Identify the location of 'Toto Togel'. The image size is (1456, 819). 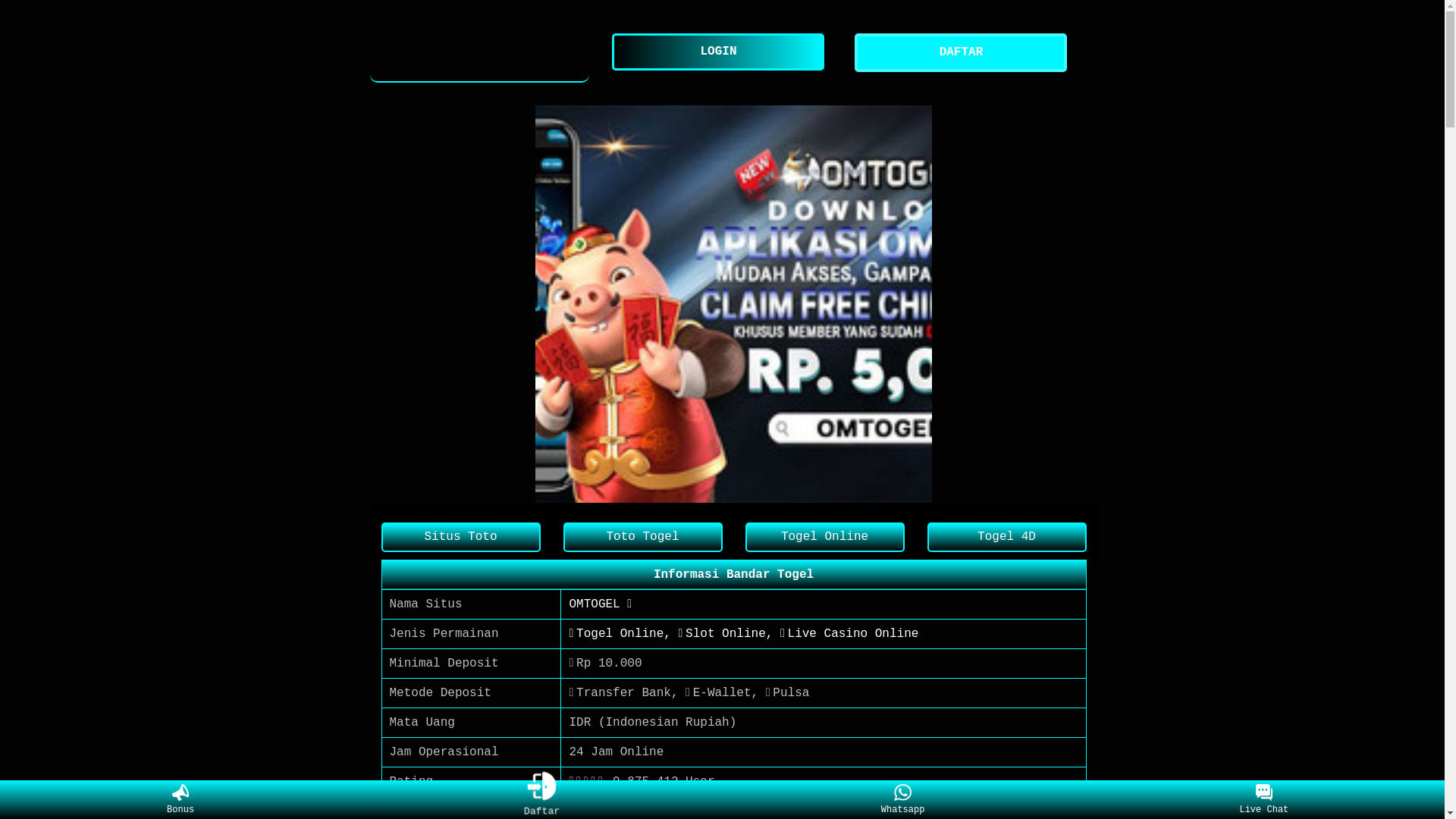
(642, 536).